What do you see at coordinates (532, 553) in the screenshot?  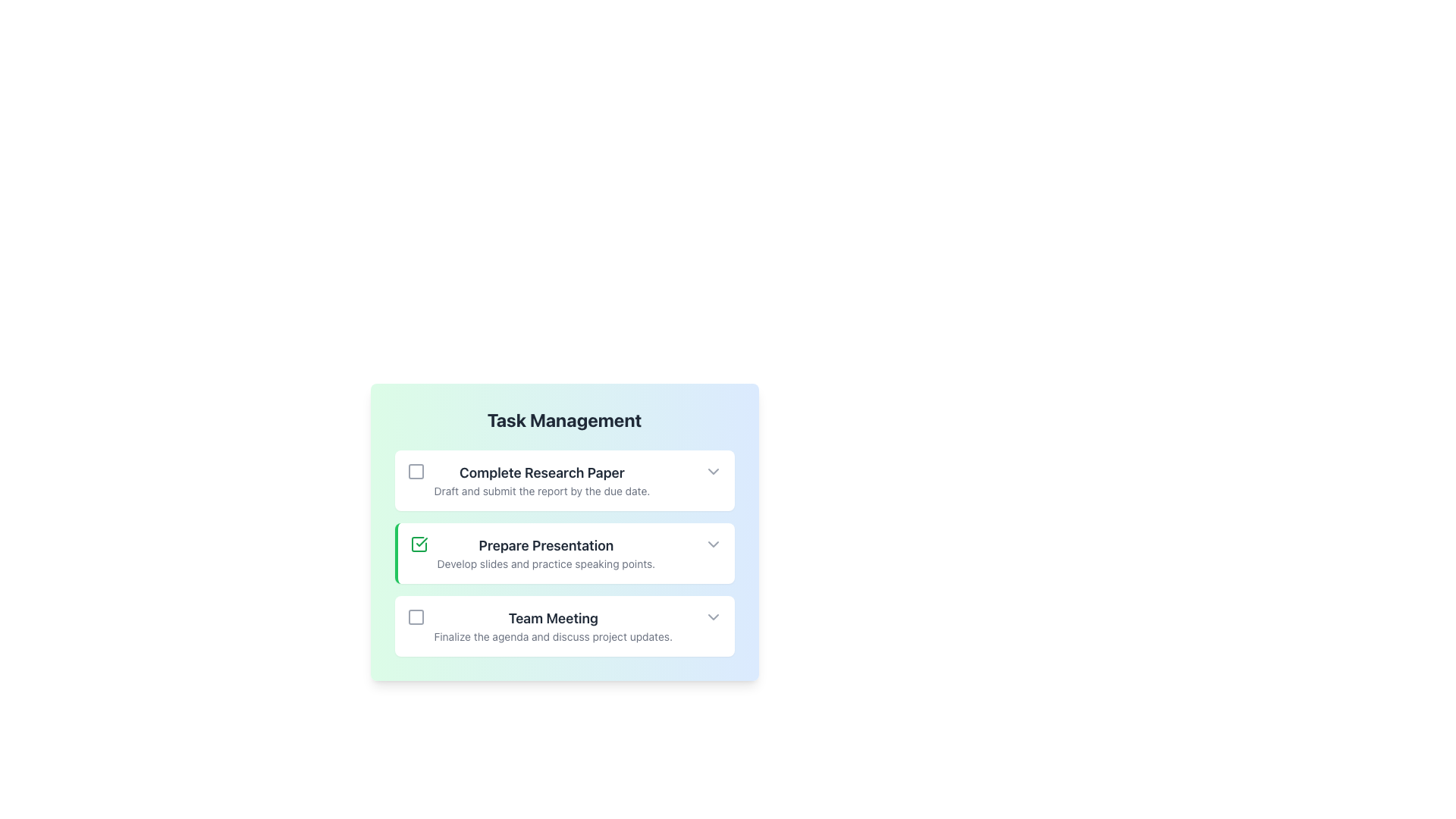 I see `the second task item card in the task manager interface, which contains a checkbox and text content` at bounding box center [532, 553].